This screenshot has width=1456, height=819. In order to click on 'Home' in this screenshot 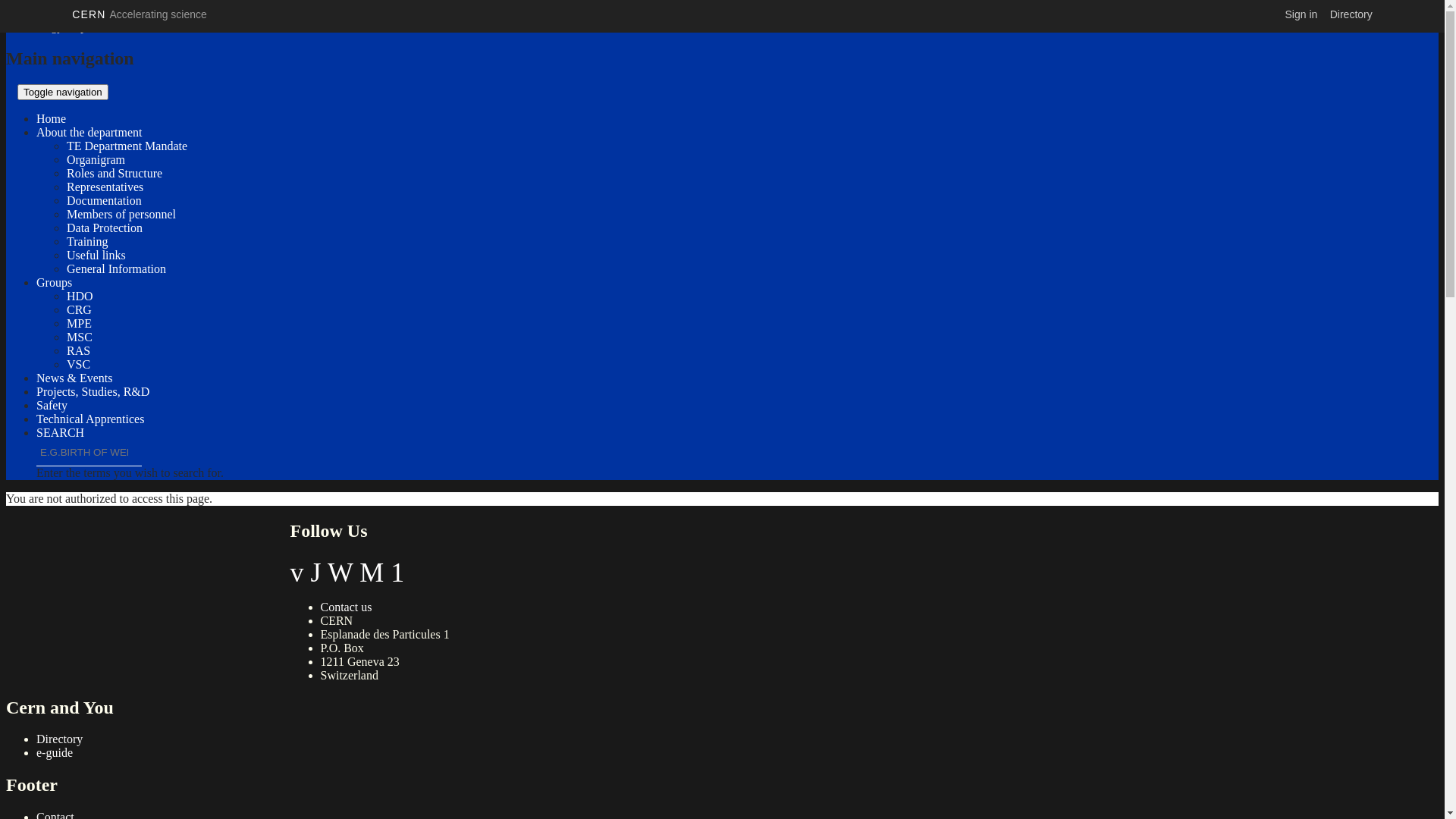, I will do `click(51, 118)`.